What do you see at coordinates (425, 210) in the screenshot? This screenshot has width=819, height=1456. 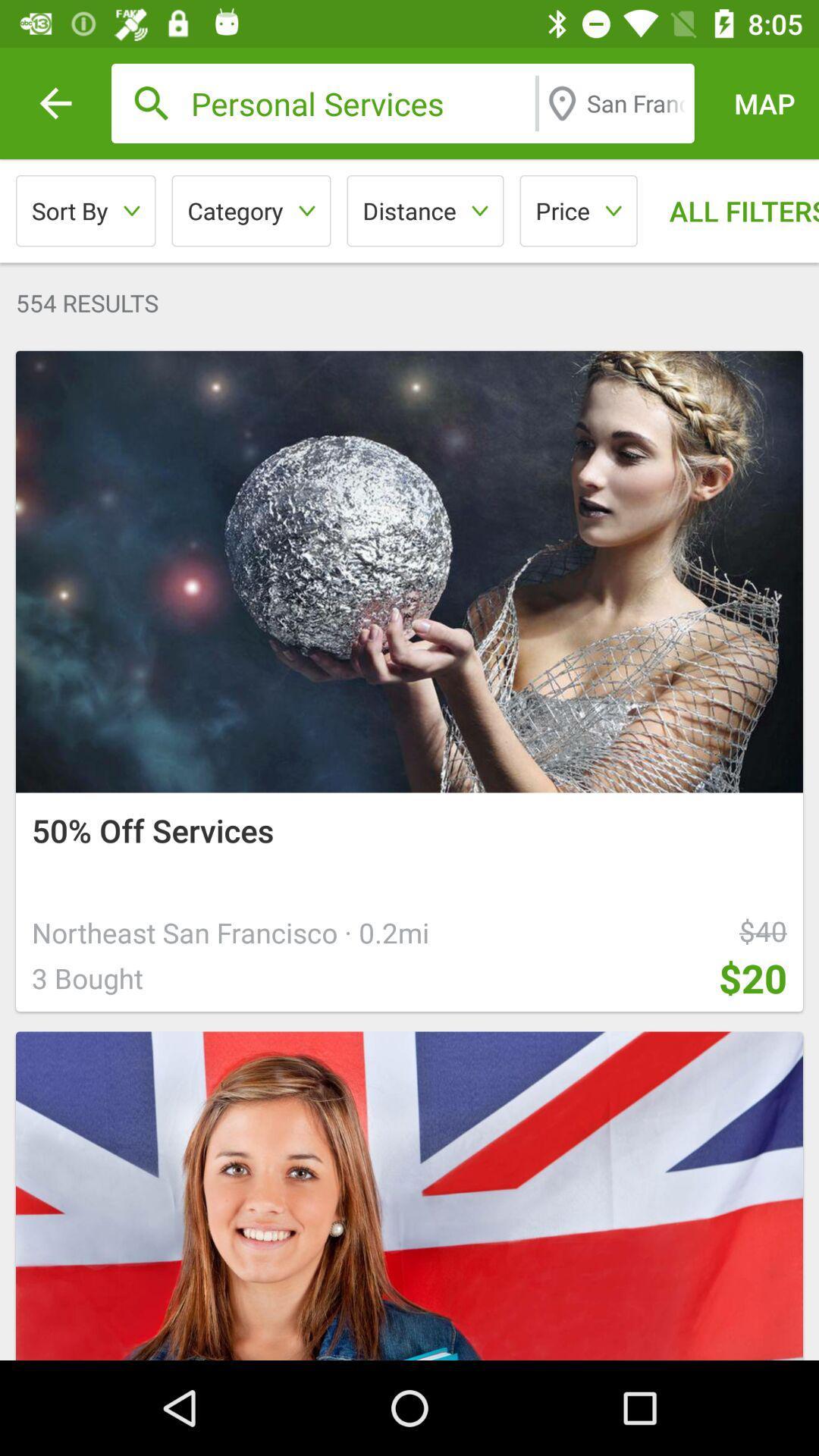 I see `the distance` at bounding box center [425, 210].